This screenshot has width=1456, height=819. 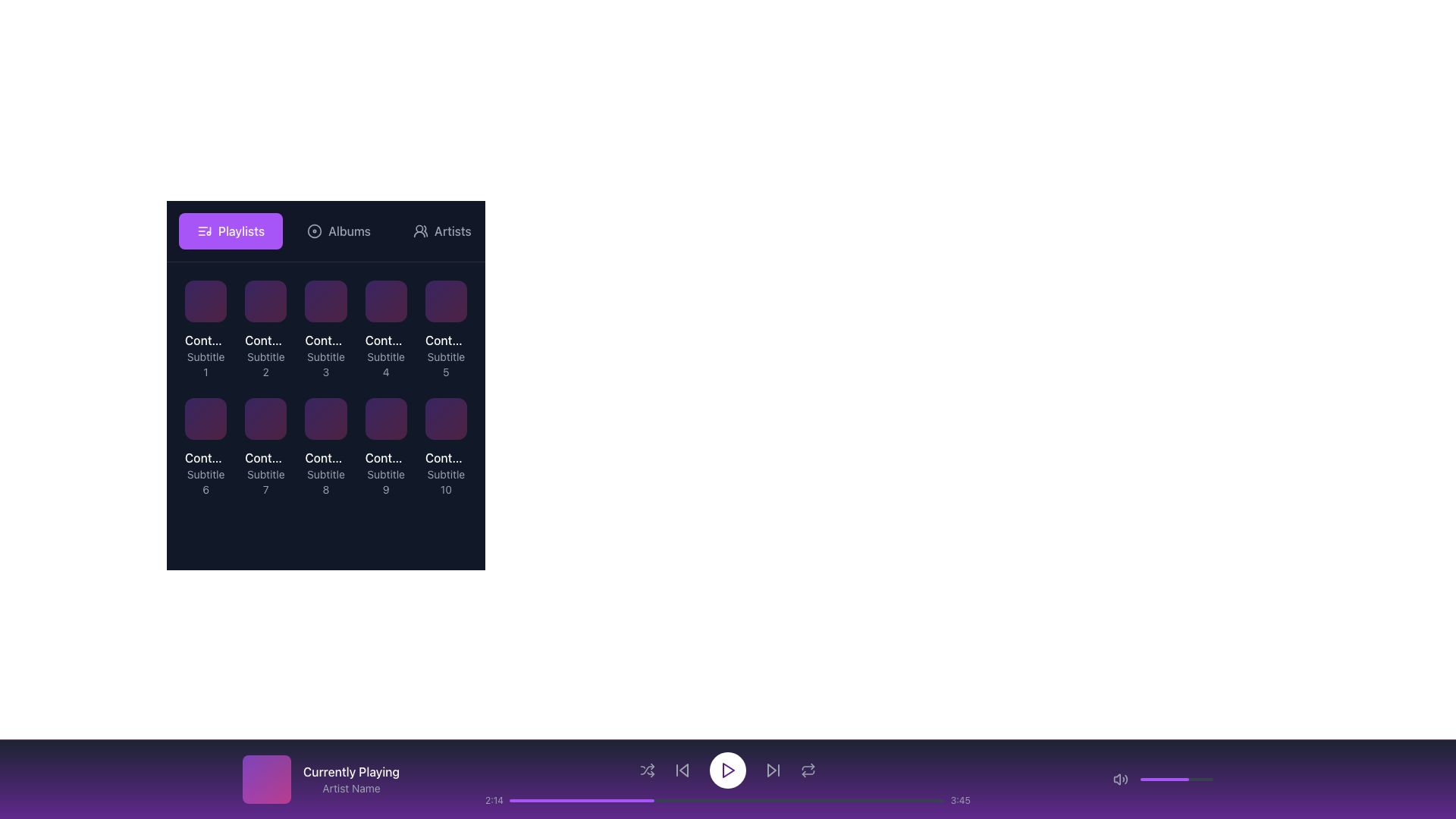 What do you see at coordinates (445, 472) in the screenshot?
I see `the text label with the title 'Content Title 10' and subtitle 'Subtitle 10'` at bounding box center [445, 472].